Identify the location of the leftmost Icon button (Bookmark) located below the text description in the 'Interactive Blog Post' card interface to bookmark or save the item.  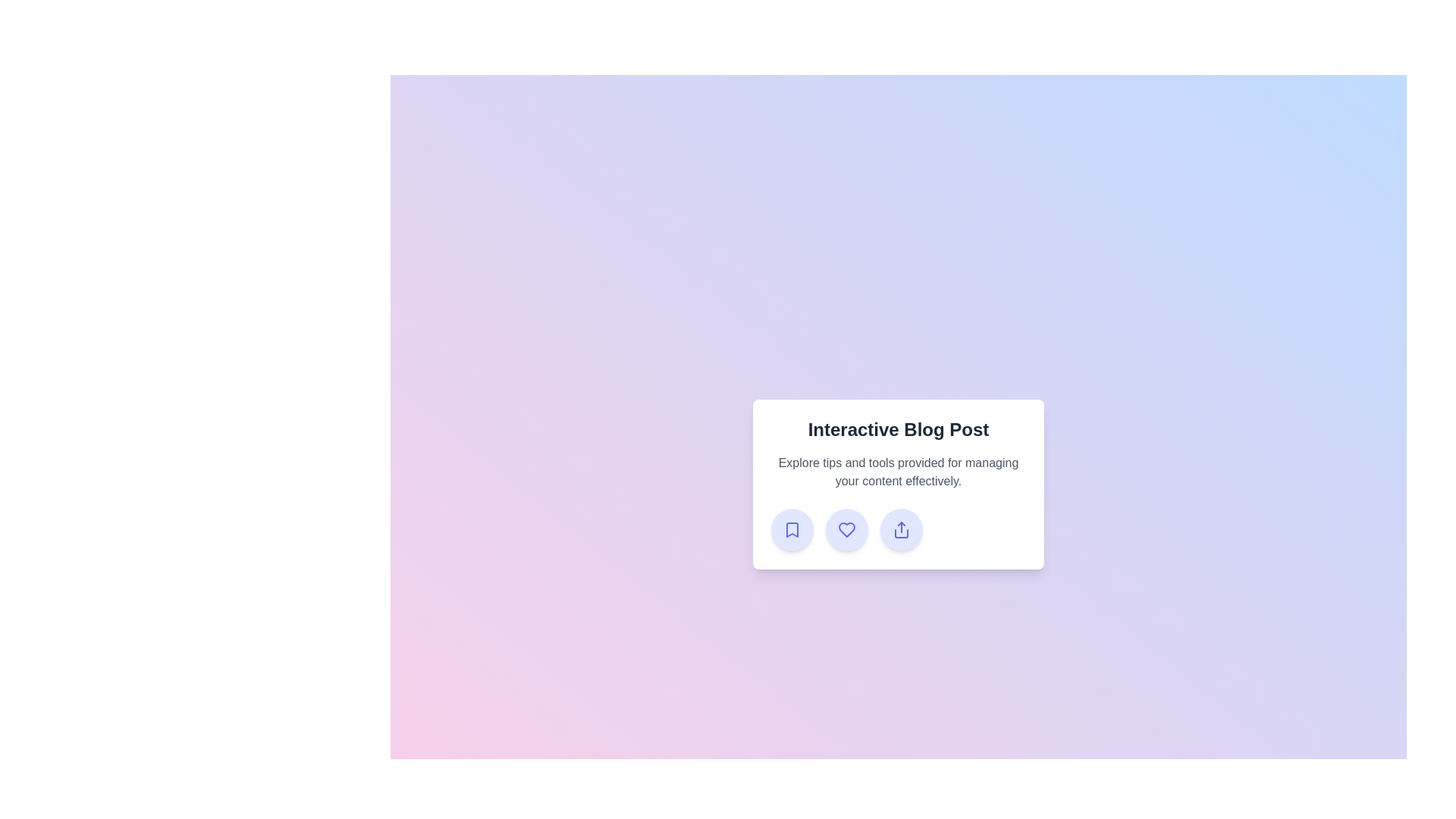
(792, 529).